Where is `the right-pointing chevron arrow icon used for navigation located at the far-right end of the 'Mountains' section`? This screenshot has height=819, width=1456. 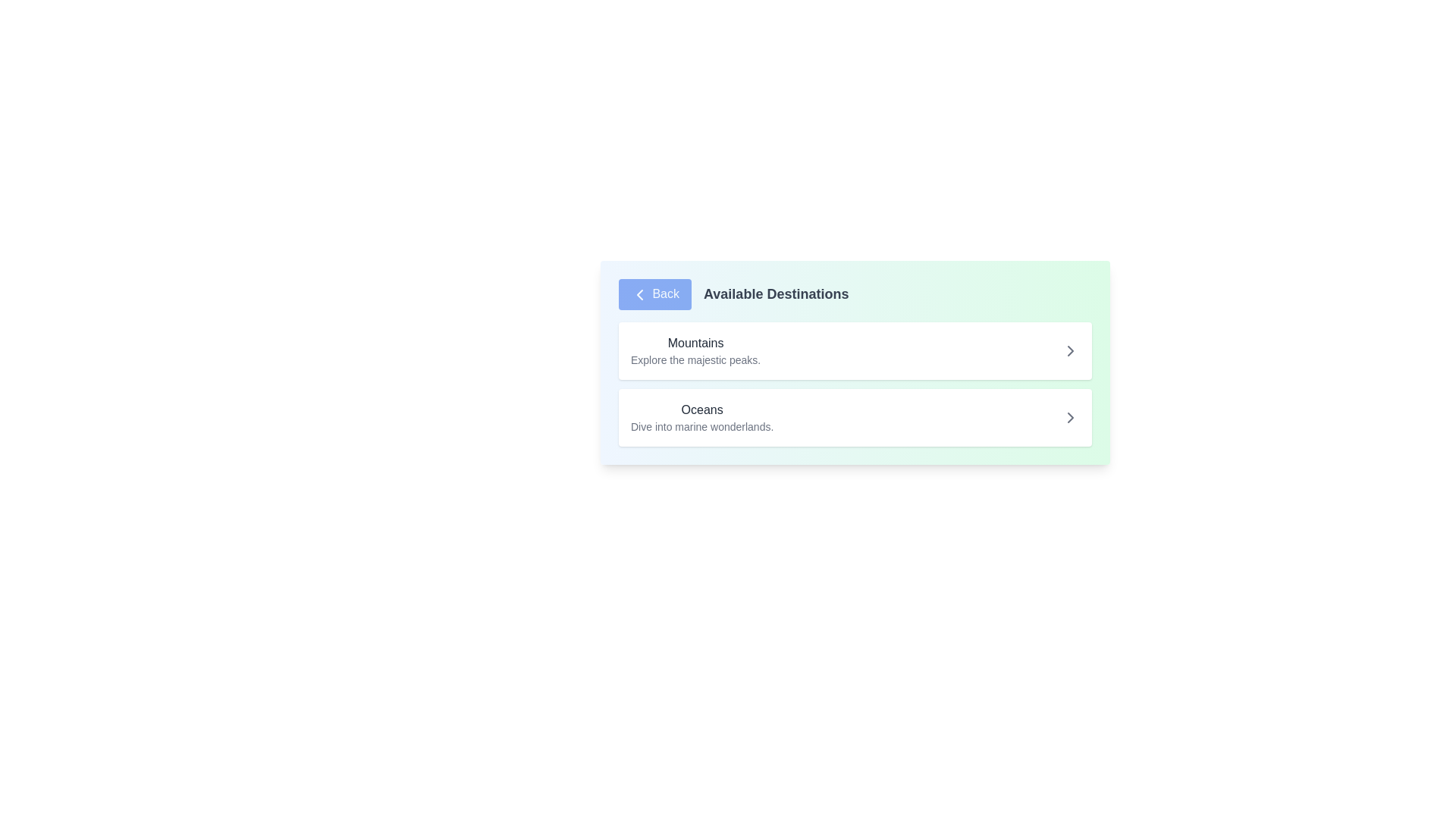
the right-pointing chevron arrow icon used for navigation located at the far-right end of the 'Mountains' section is located at coordinates (1069, 350).